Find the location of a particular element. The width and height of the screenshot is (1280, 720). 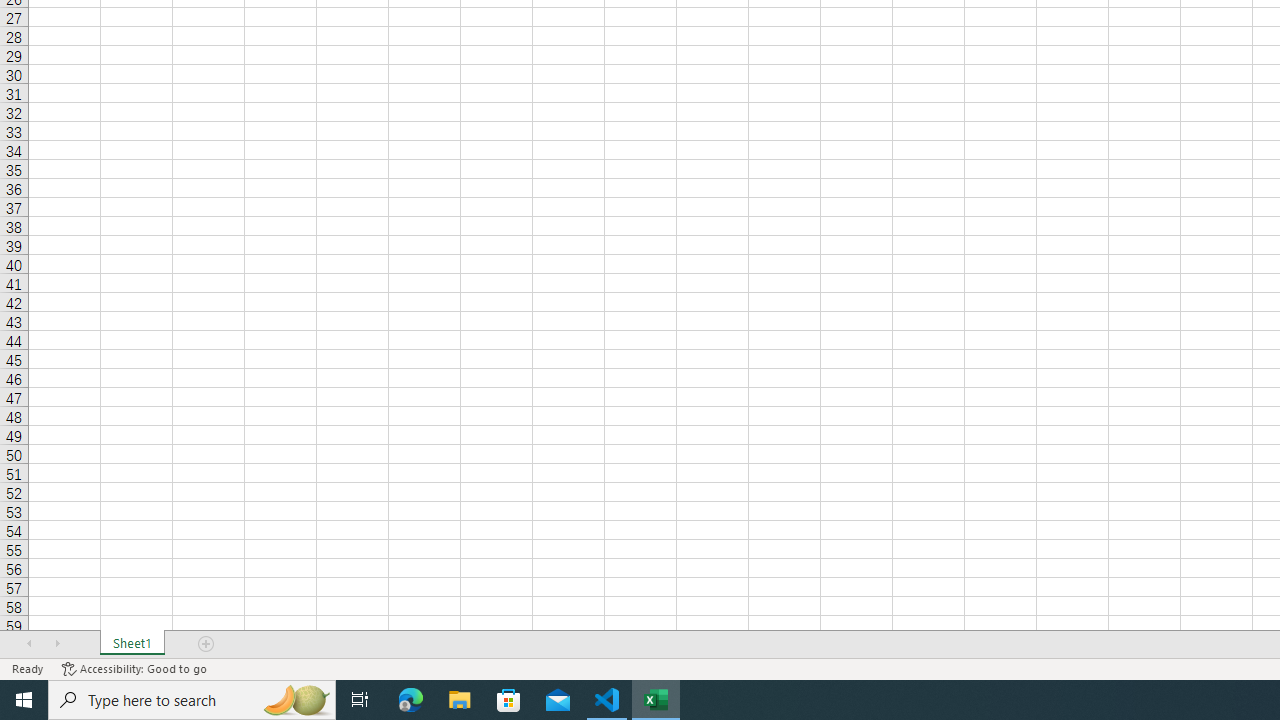

'Visual Studio Code - 1 running window' is located at coordinates (606, 698).